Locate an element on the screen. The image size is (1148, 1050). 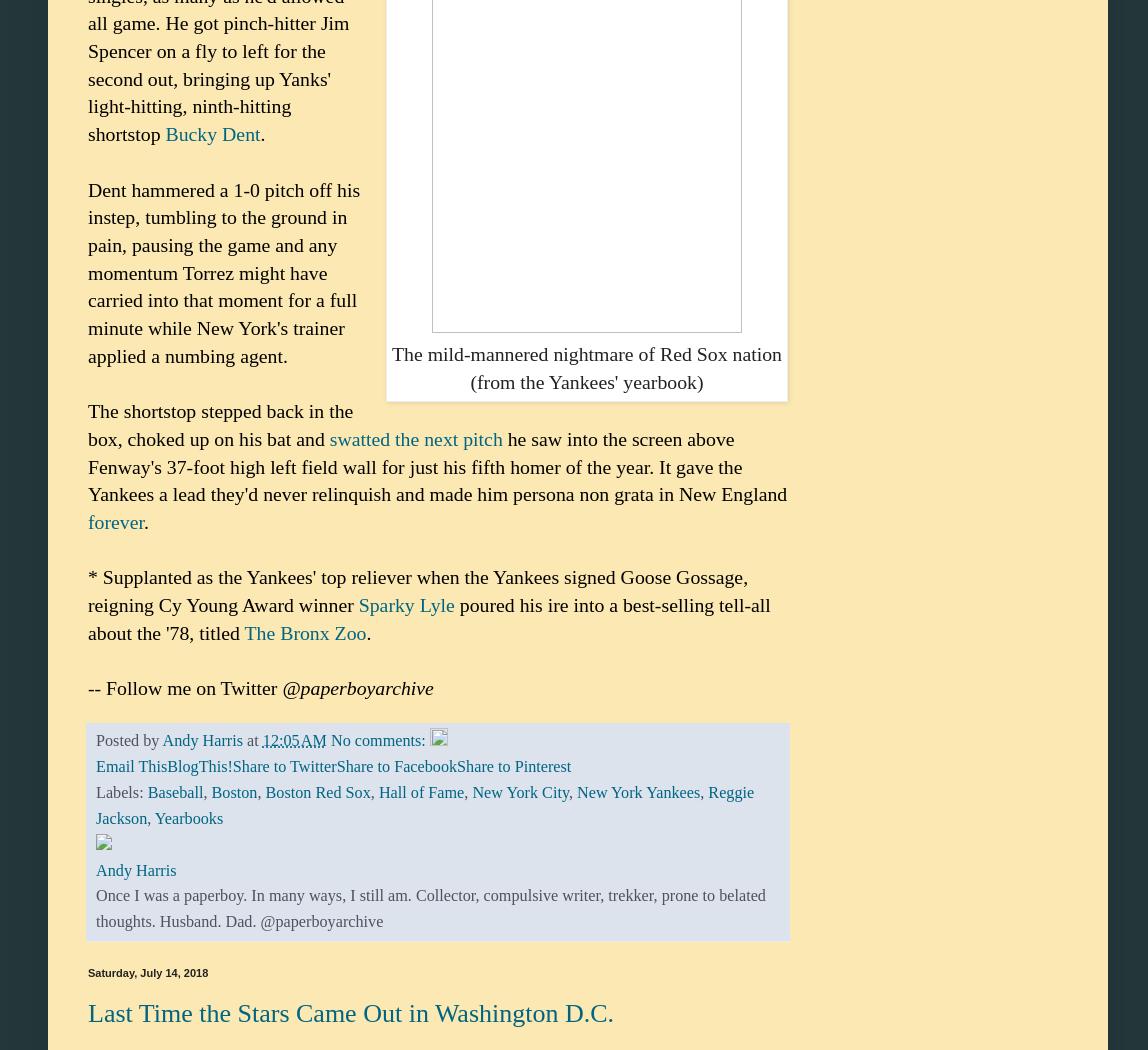
'Email This' is located at coordinates (95, 765).